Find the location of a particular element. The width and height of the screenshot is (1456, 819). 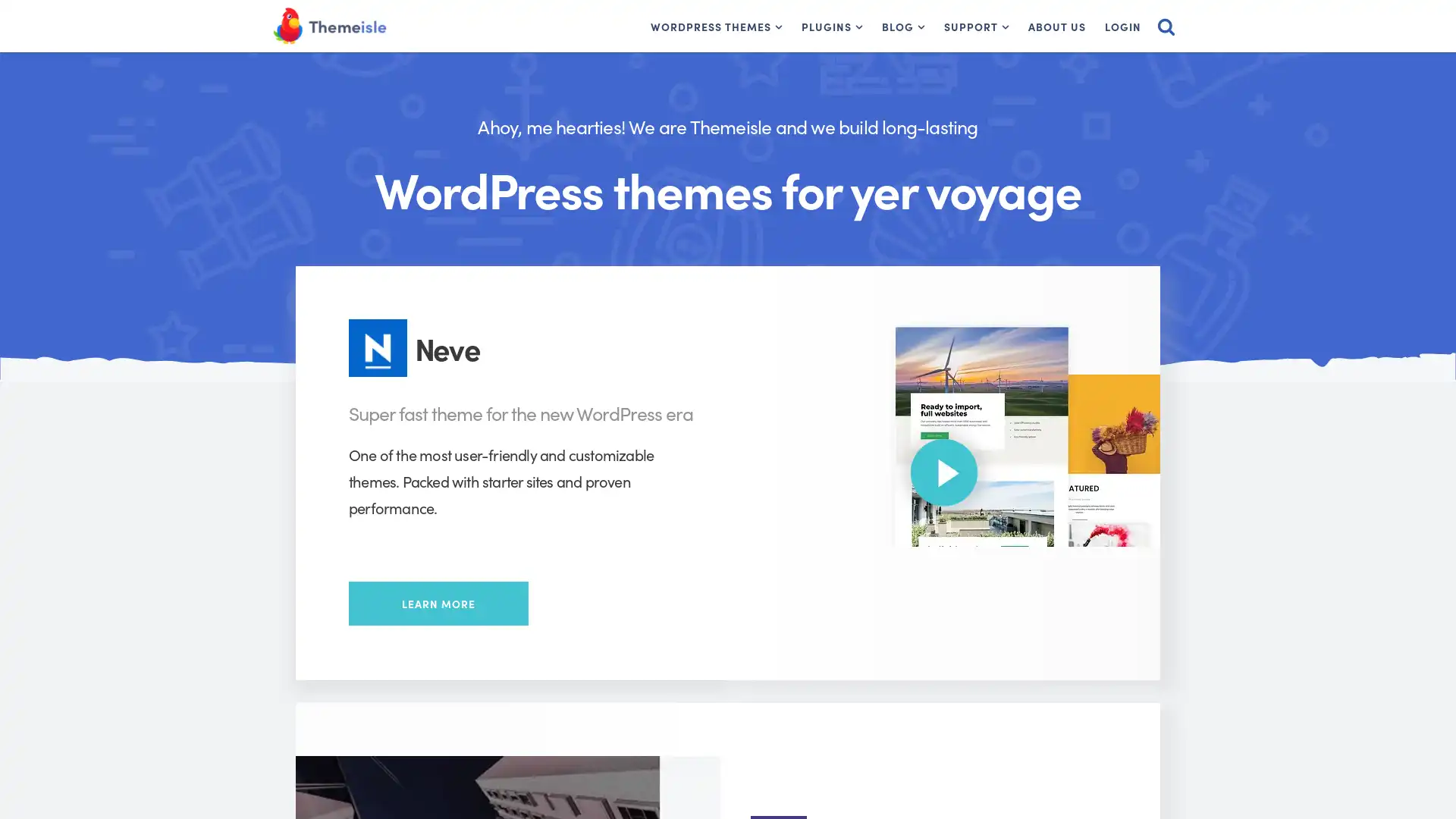

LEARN MORE is located at coordinates (438, 602).